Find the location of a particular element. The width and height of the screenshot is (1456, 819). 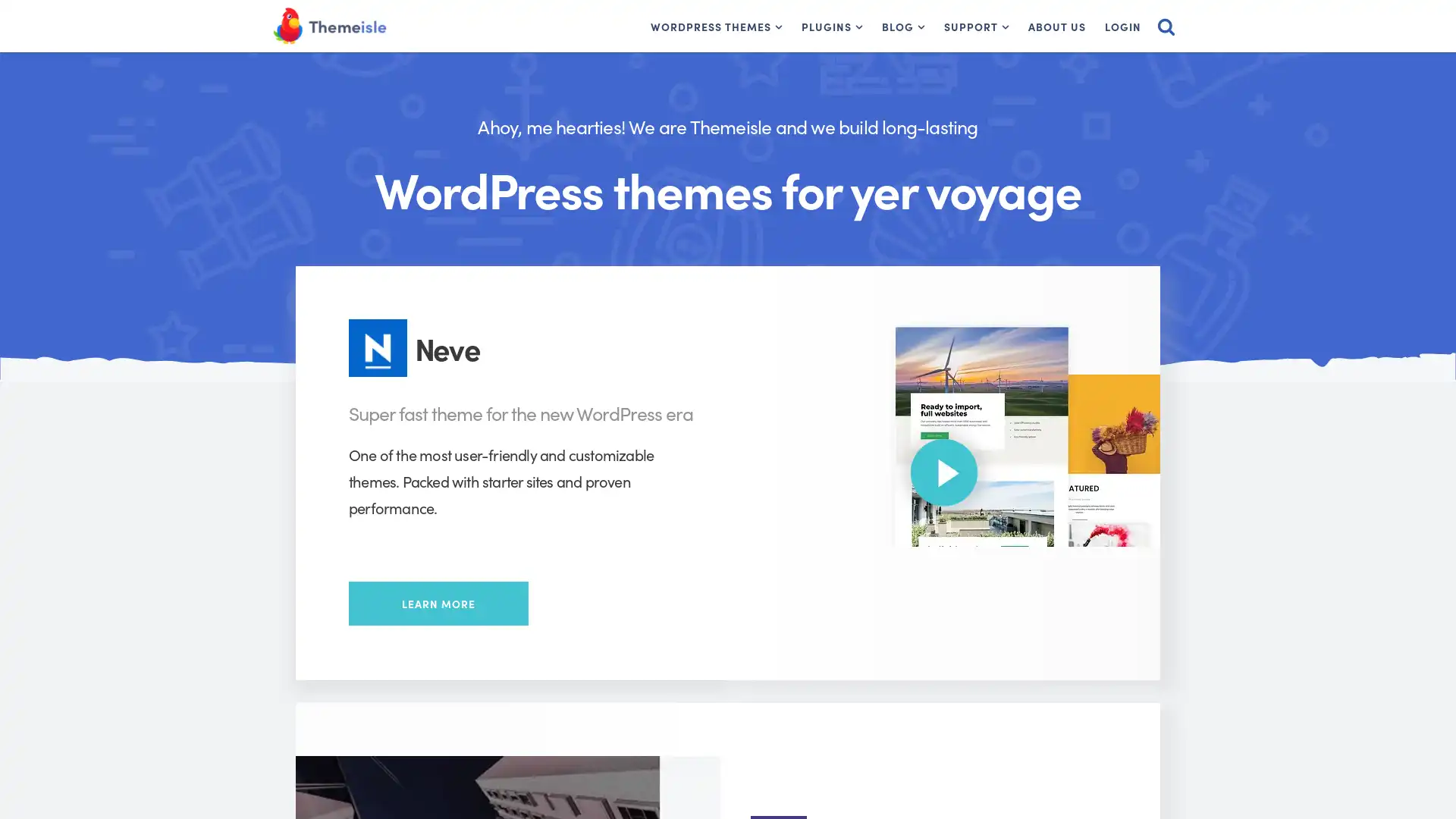

LEARN MORE is located at coordinates (438, 602).